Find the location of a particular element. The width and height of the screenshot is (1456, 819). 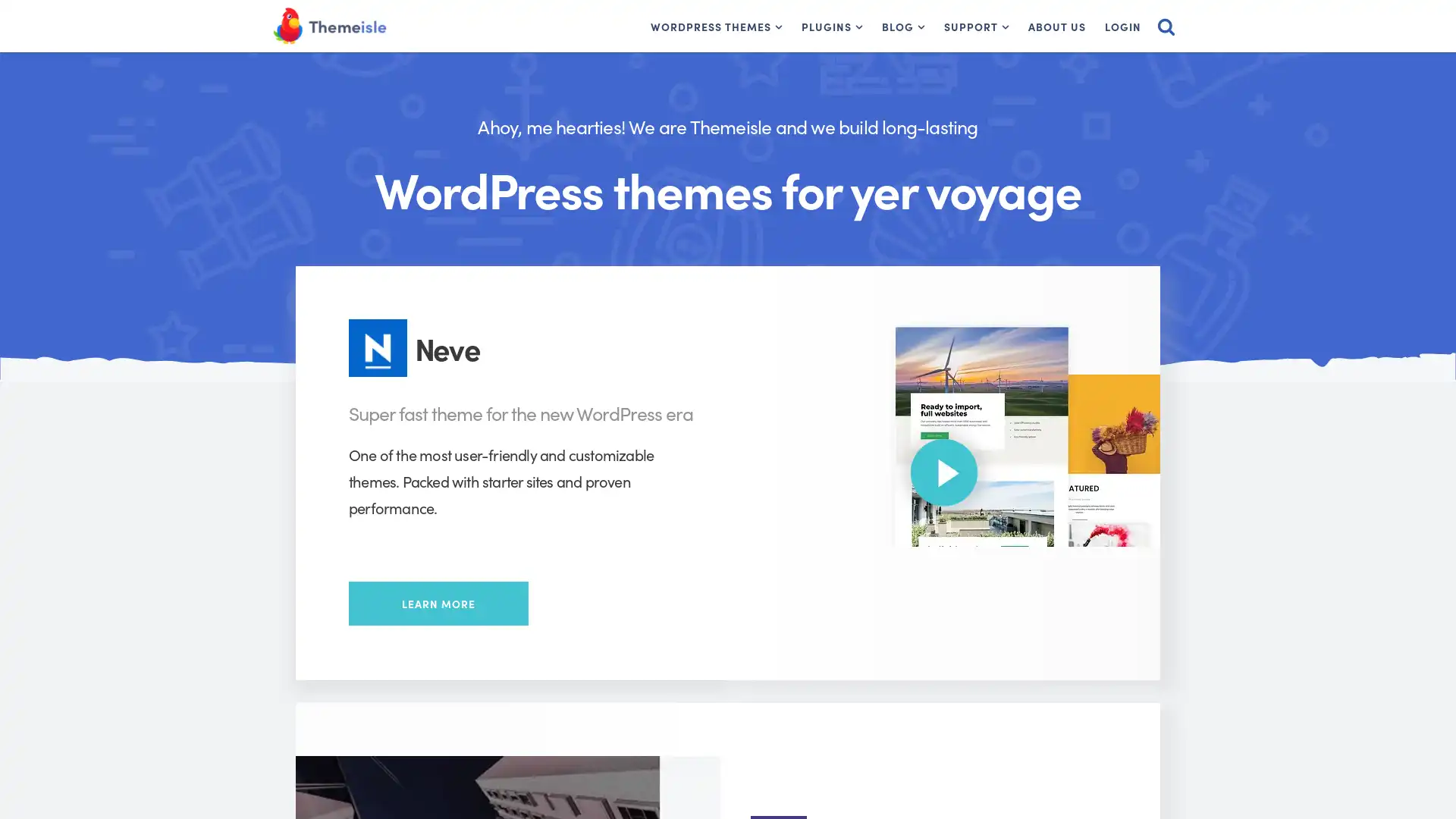

LEARN MORE is located at coordinates (438, 602).